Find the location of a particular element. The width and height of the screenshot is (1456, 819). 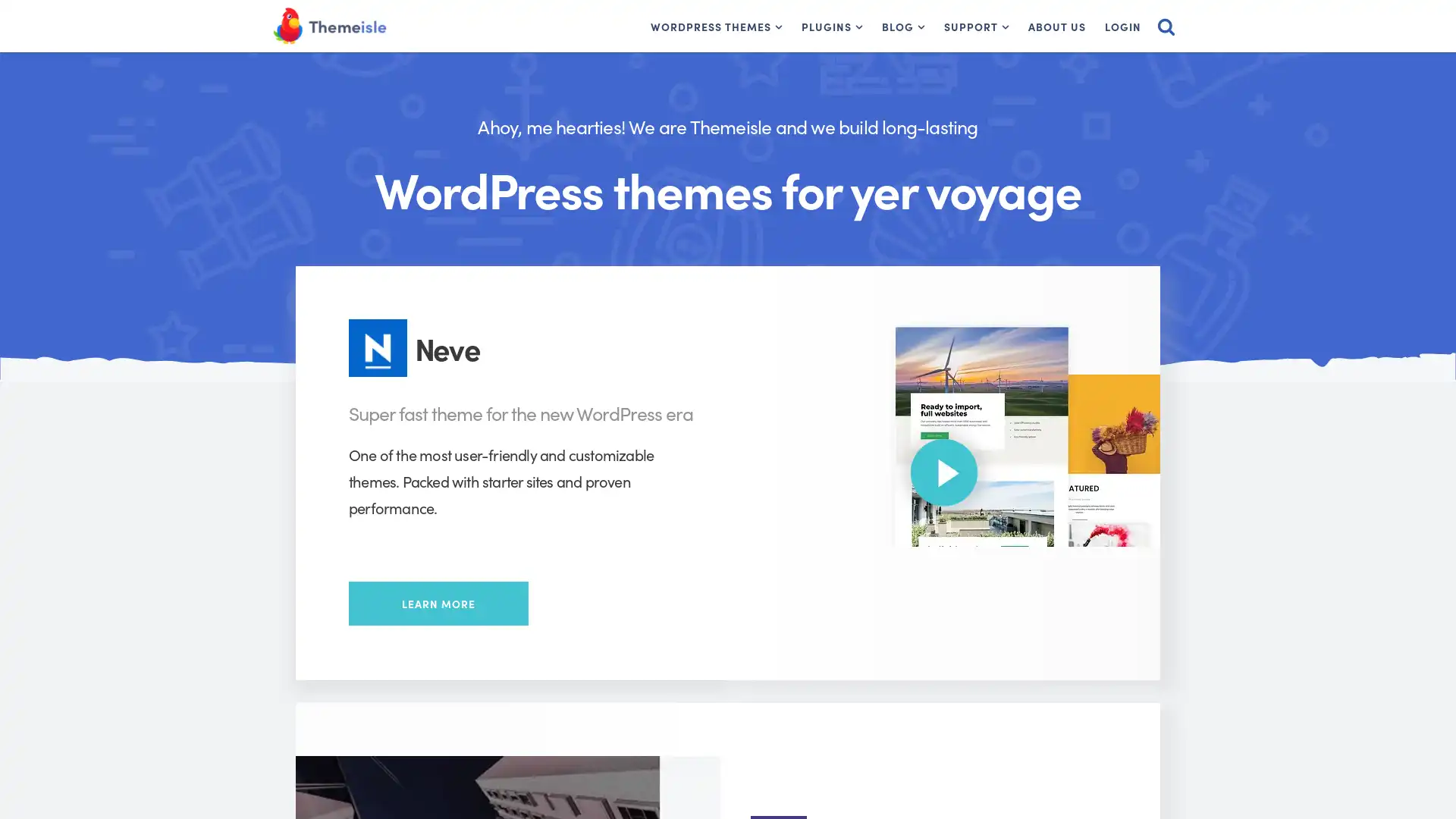

LEARN MORE is located at coordinates (438, 602).